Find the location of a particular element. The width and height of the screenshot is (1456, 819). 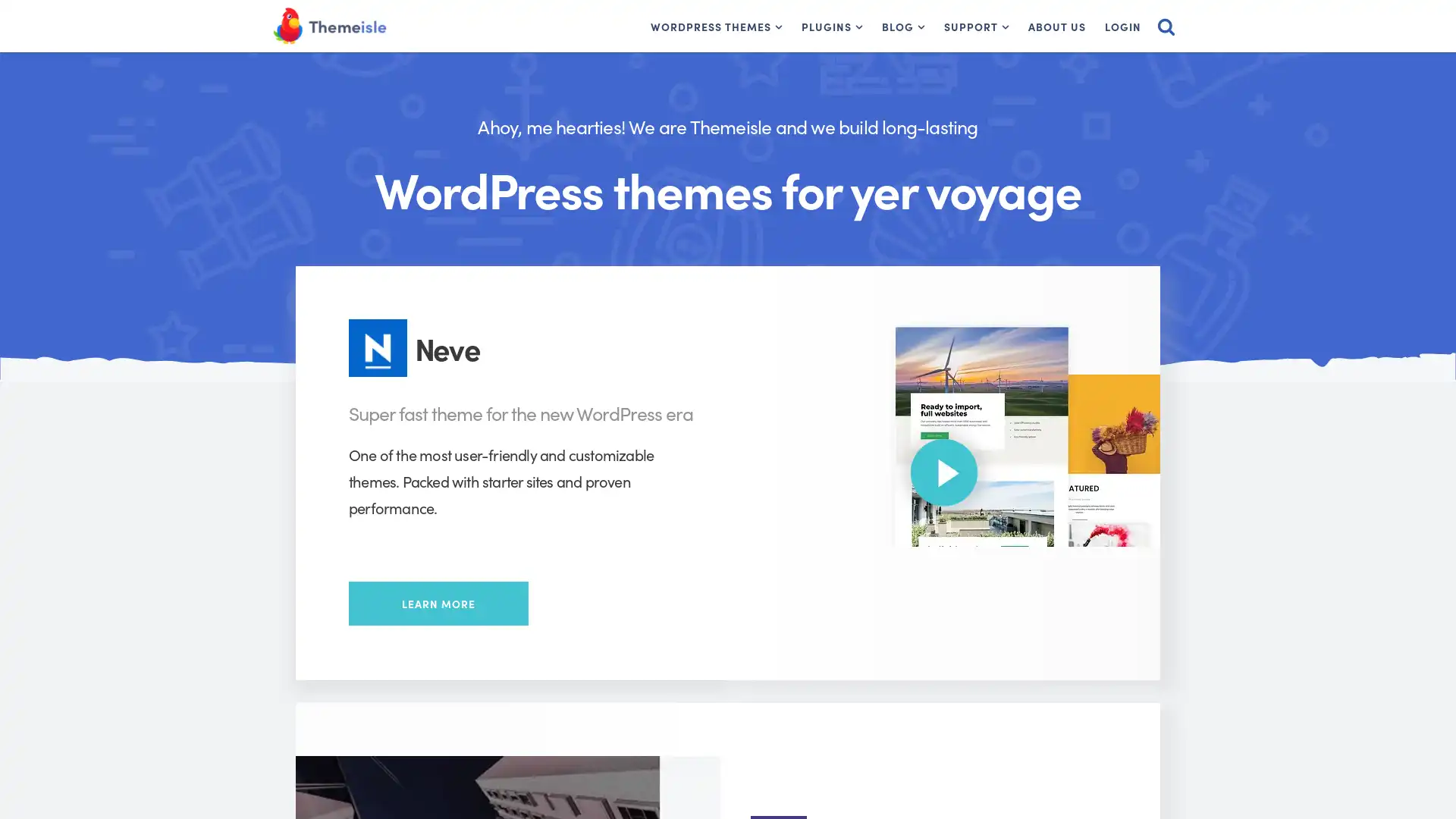

LEARN MORE is located at coordinates (438, 602).